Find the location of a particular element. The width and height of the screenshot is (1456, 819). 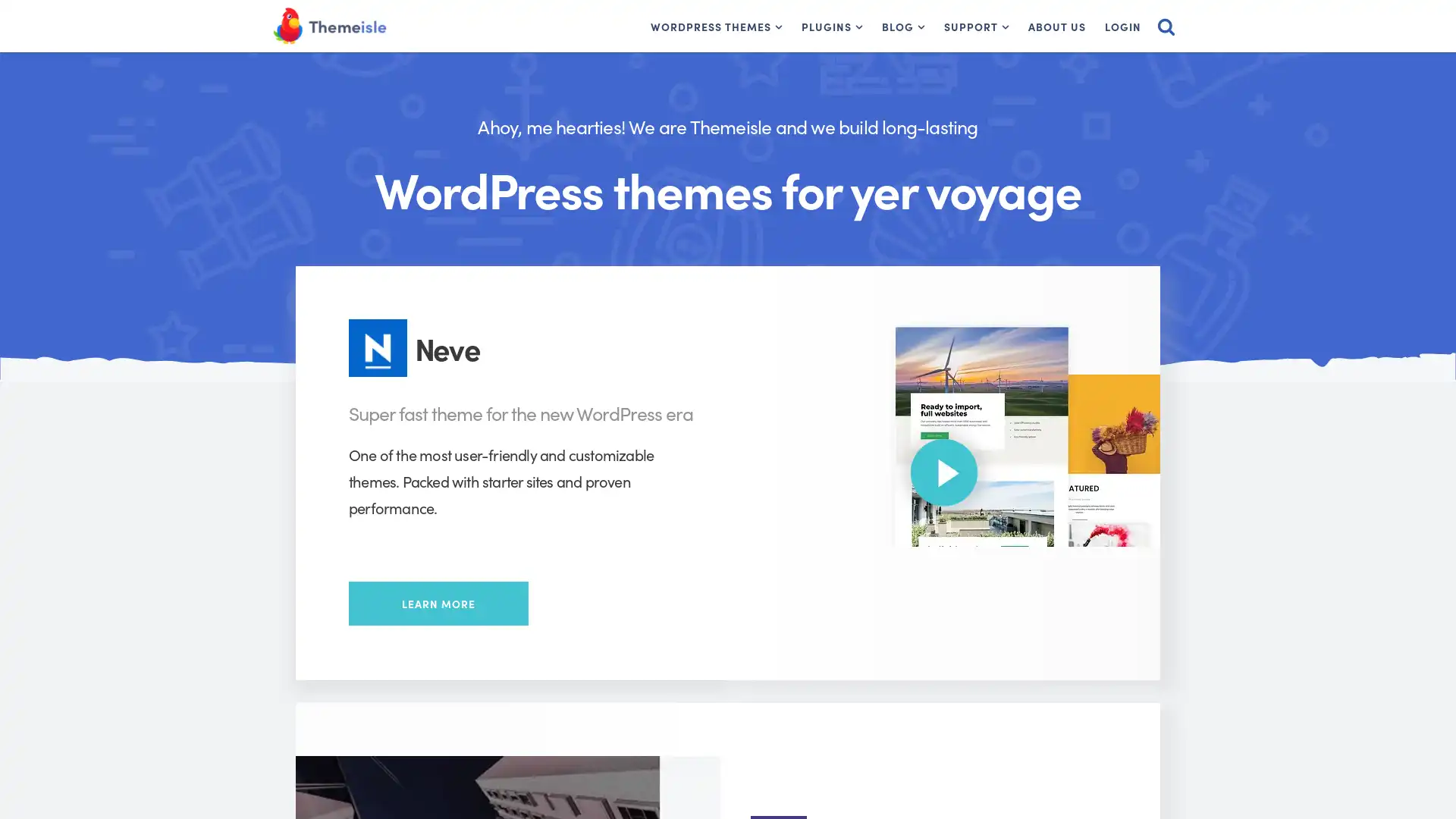

LEARN MORE is located at coordinates (438, 602).